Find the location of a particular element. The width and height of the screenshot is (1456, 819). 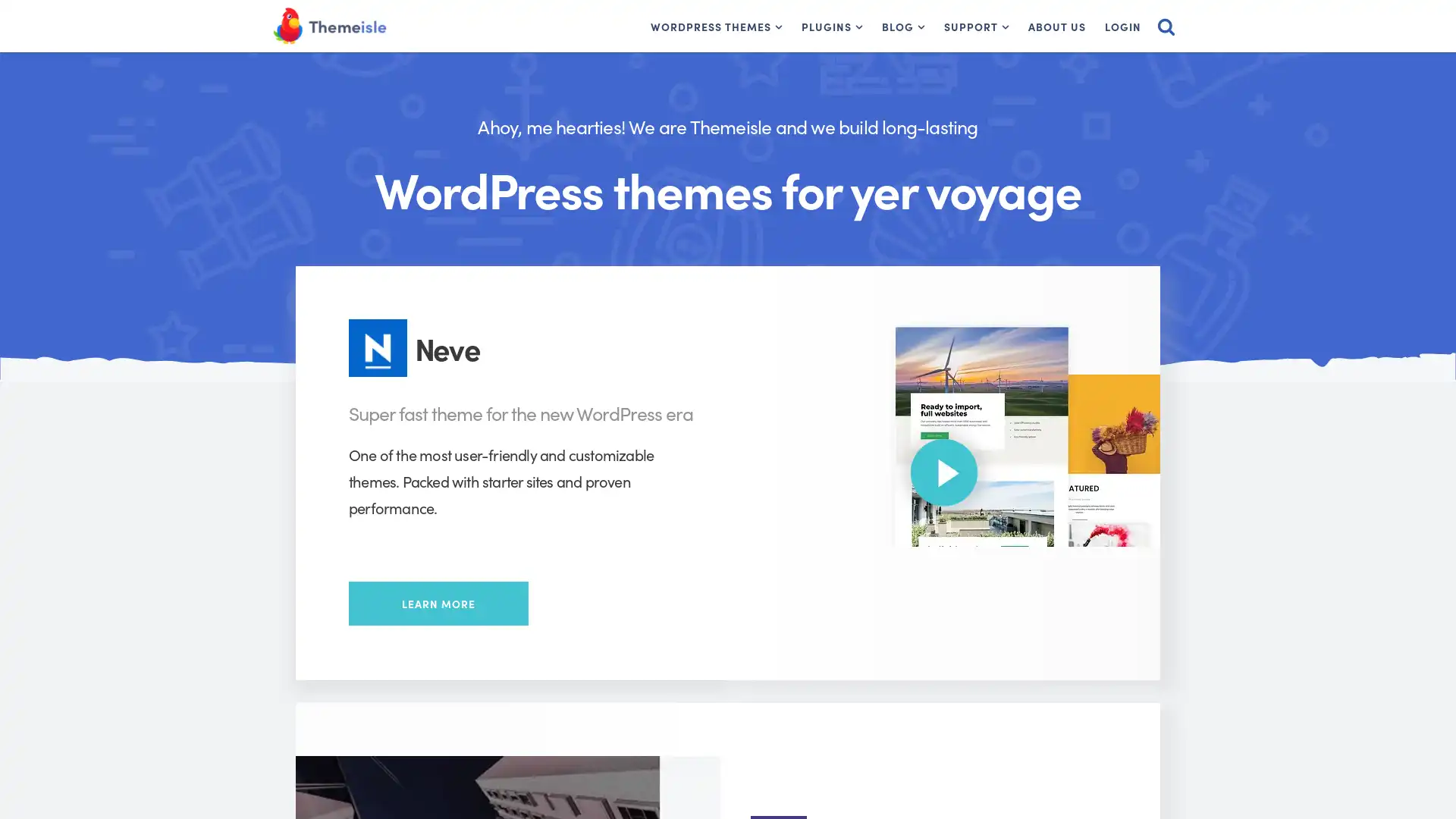

LEARN MORE is located at coordinates (438, 602).